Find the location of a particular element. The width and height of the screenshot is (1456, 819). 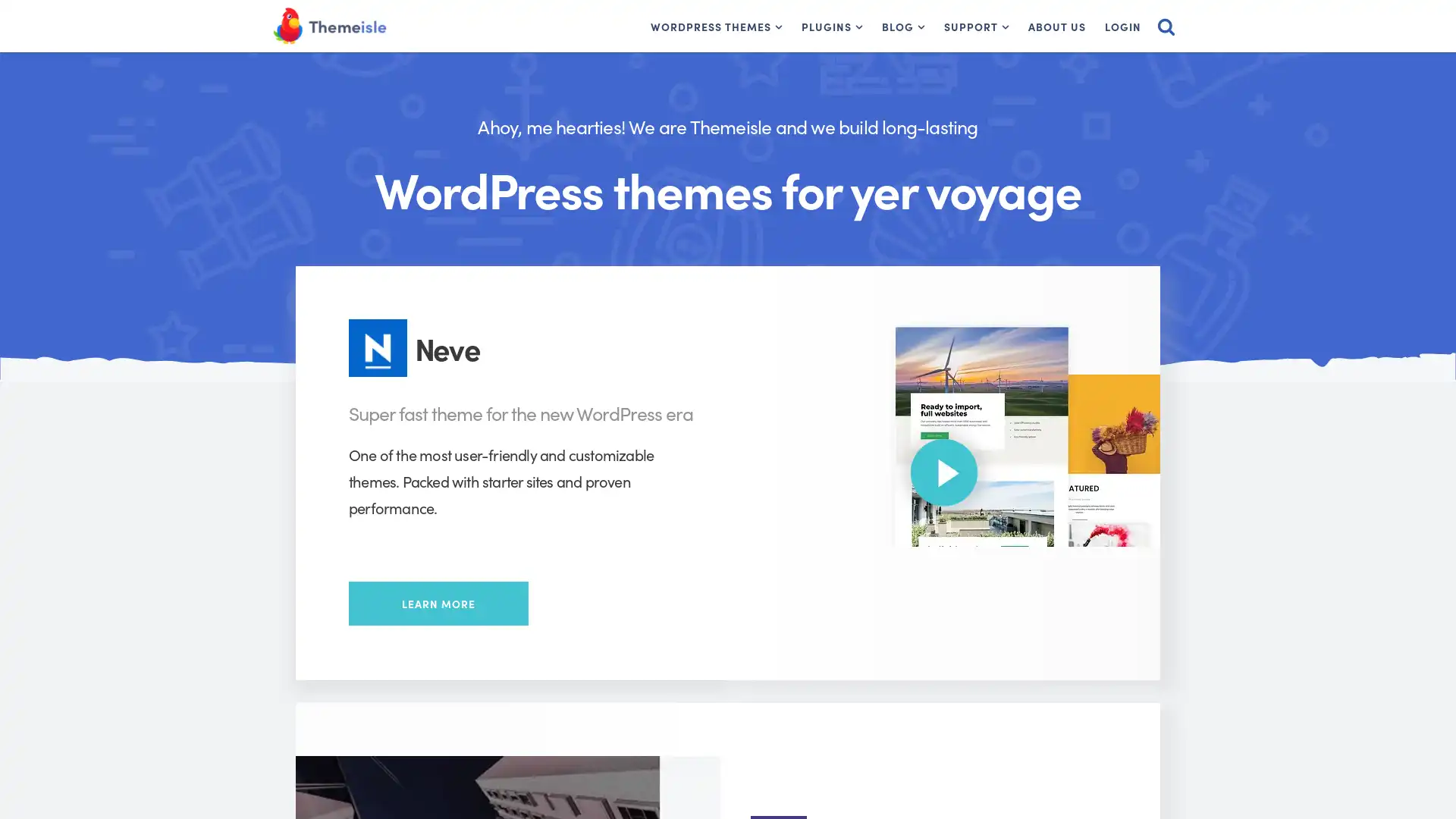

LEARN MORE is located at coordinates (438, 602).